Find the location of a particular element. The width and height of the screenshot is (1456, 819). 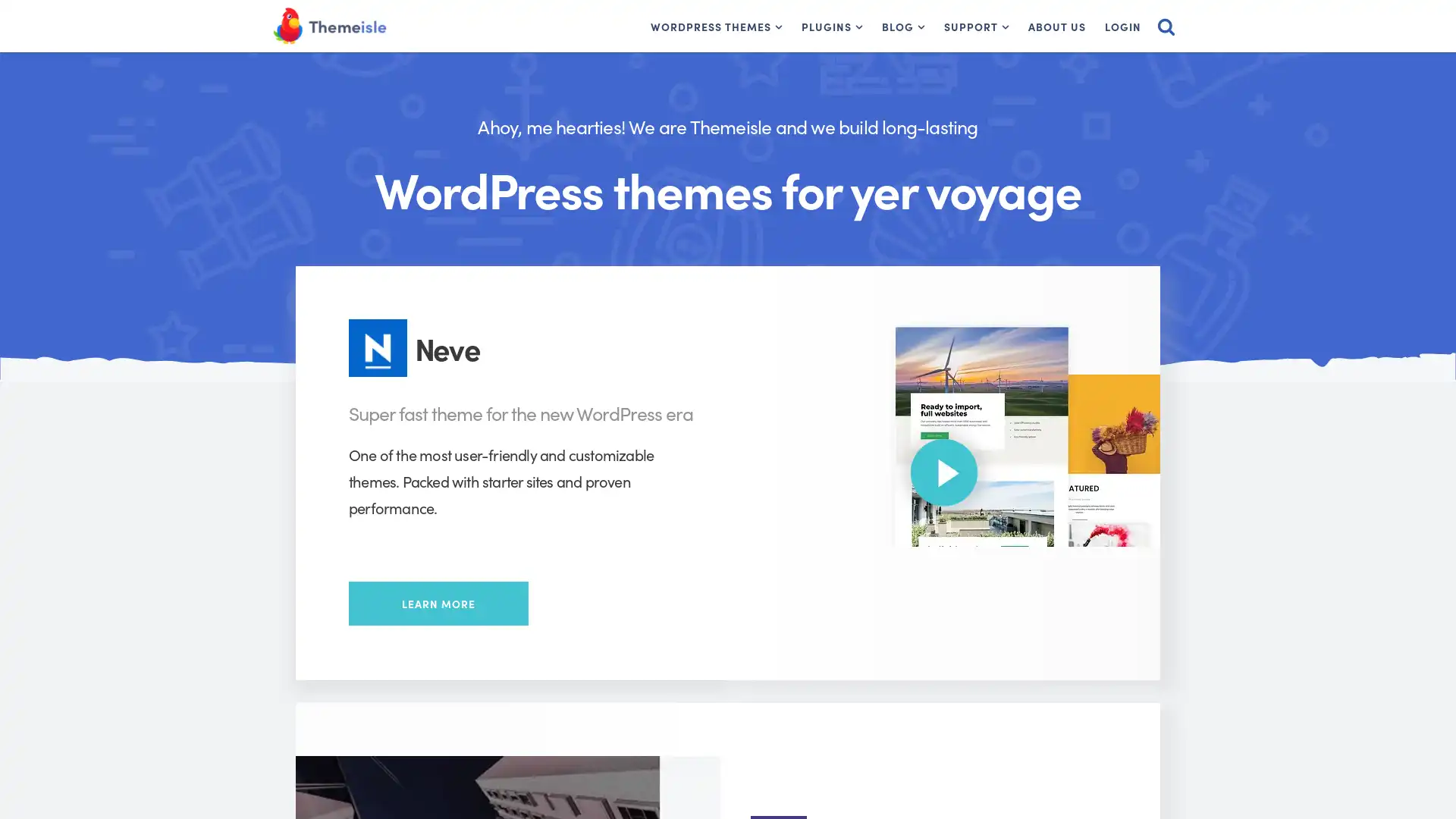

LEARN MORE is located at coordinates (438, 602).